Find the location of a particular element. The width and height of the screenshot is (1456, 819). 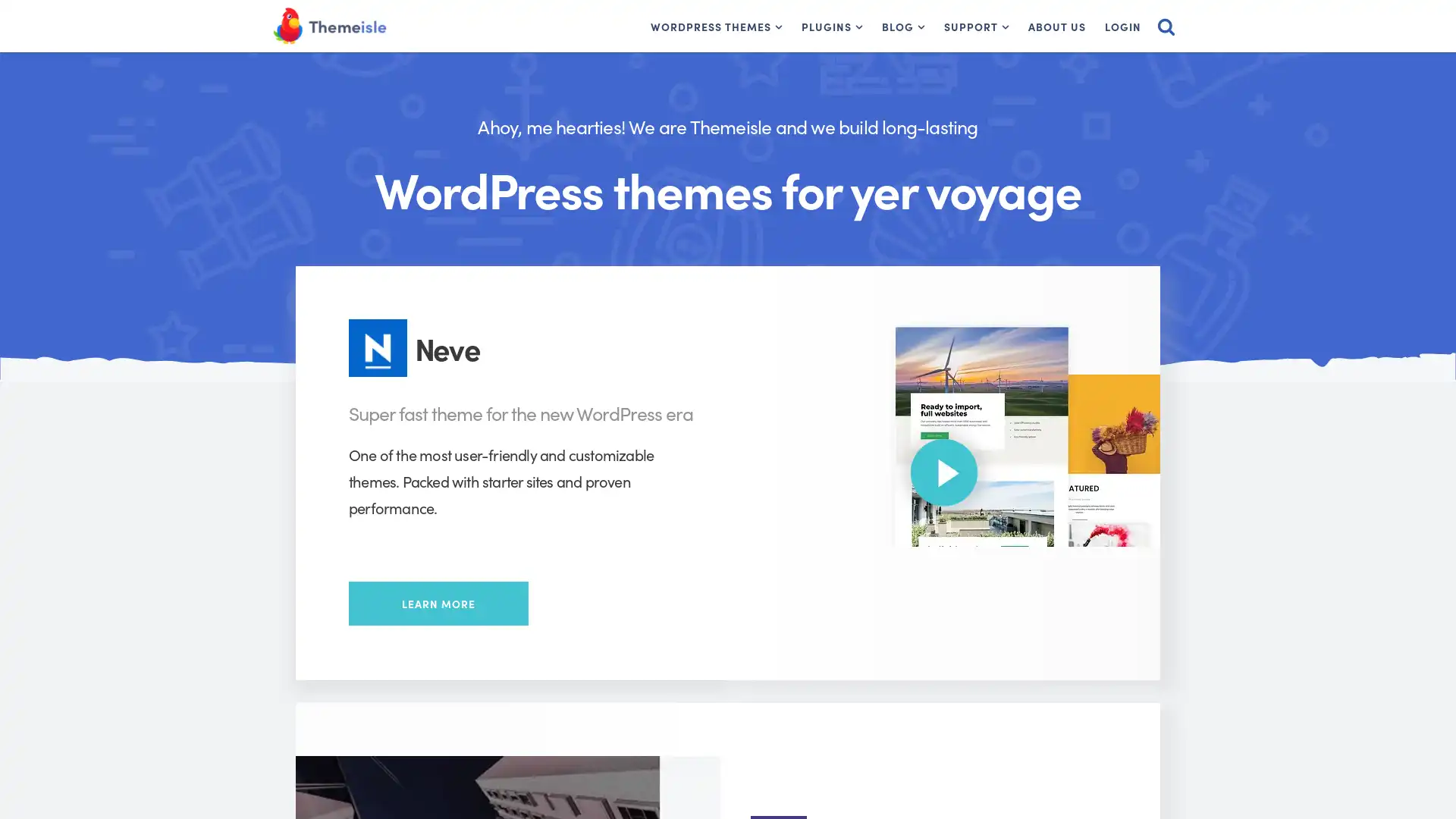

LEARN MORE is located at coordinates (438, 602).